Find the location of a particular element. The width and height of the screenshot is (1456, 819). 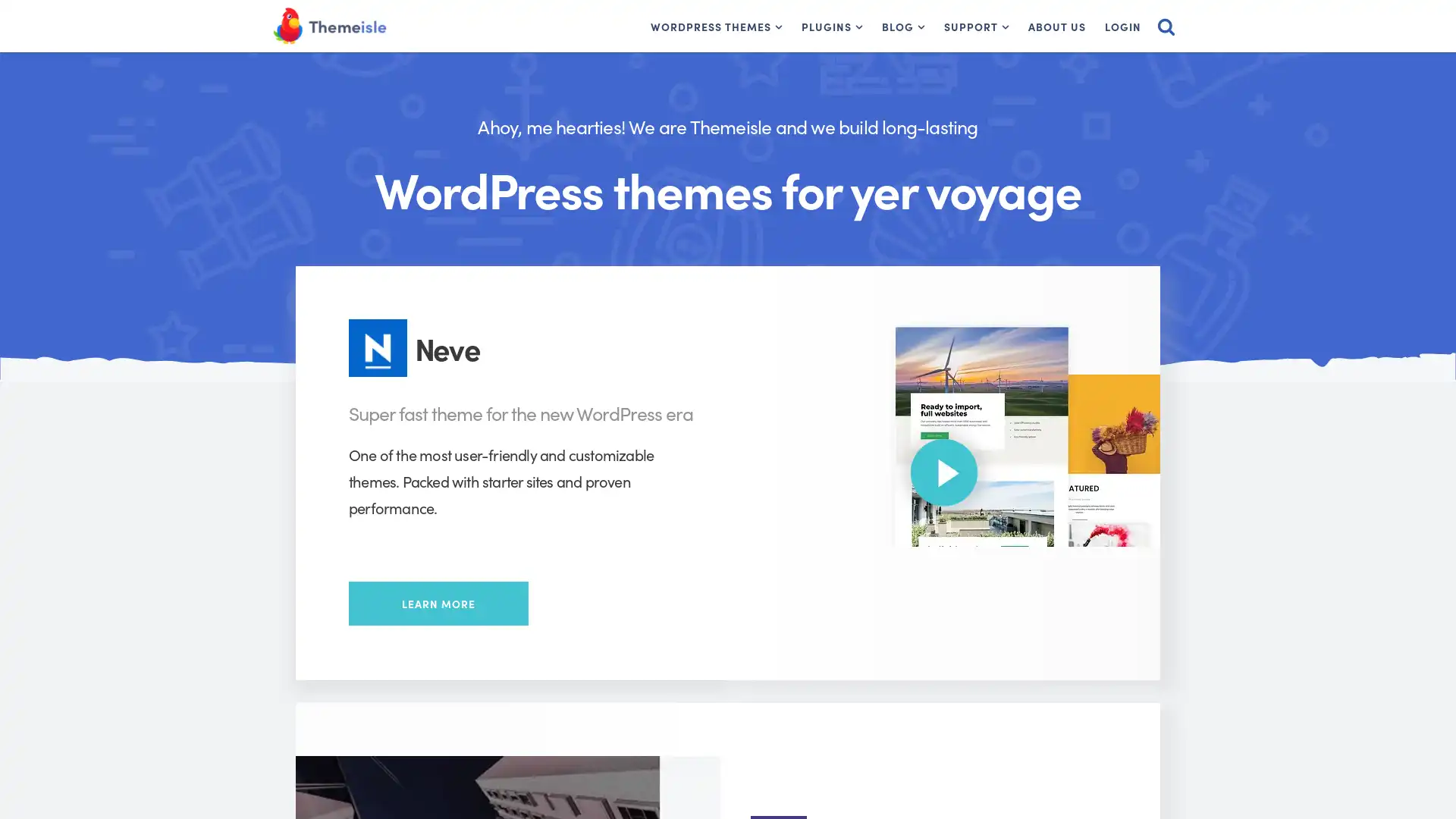

LEARN MORE is located at coordinates (438, 602).